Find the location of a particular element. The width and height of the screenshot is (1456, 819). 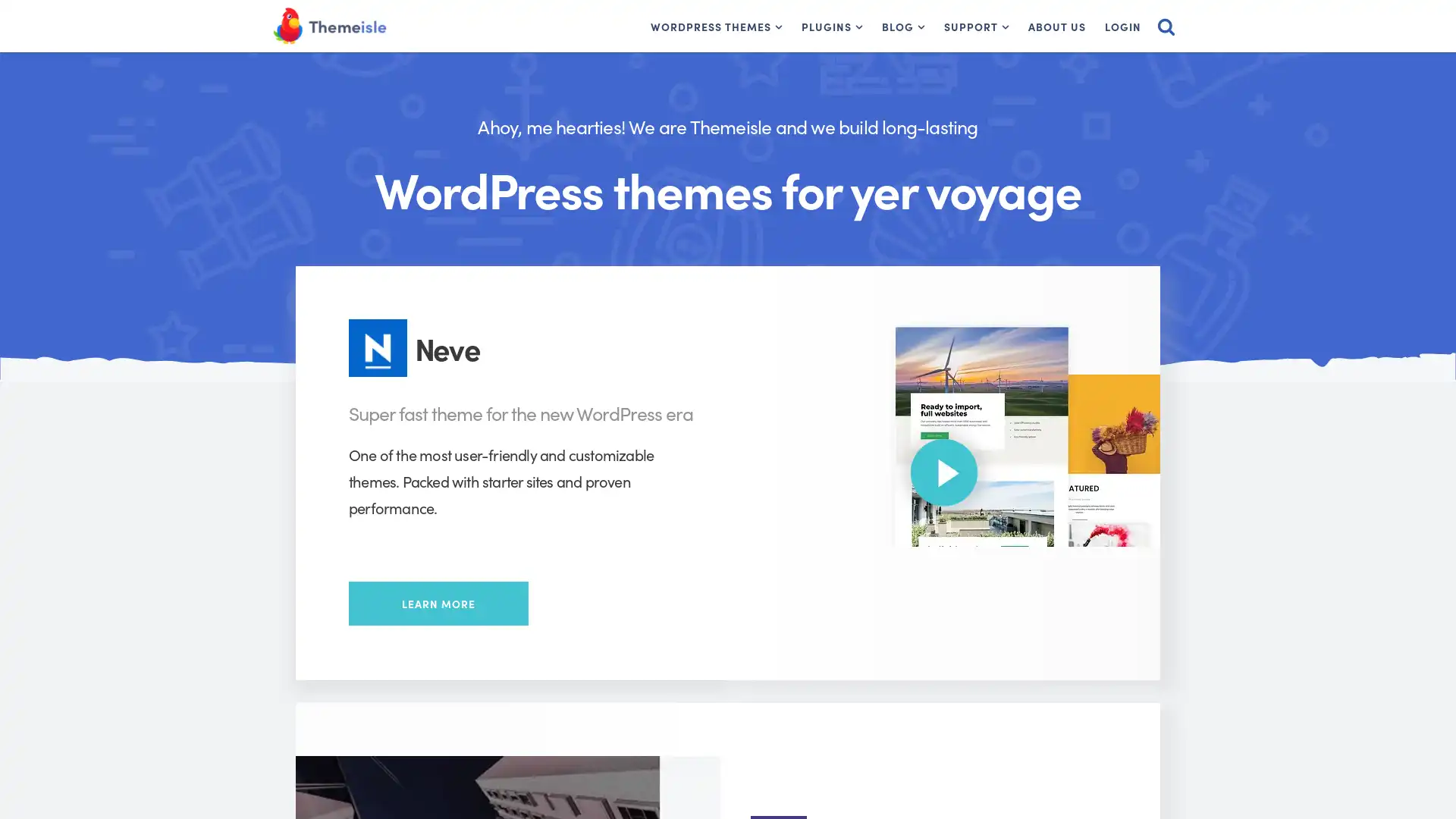

LEARN MORE is located at coordinates (438, 602).